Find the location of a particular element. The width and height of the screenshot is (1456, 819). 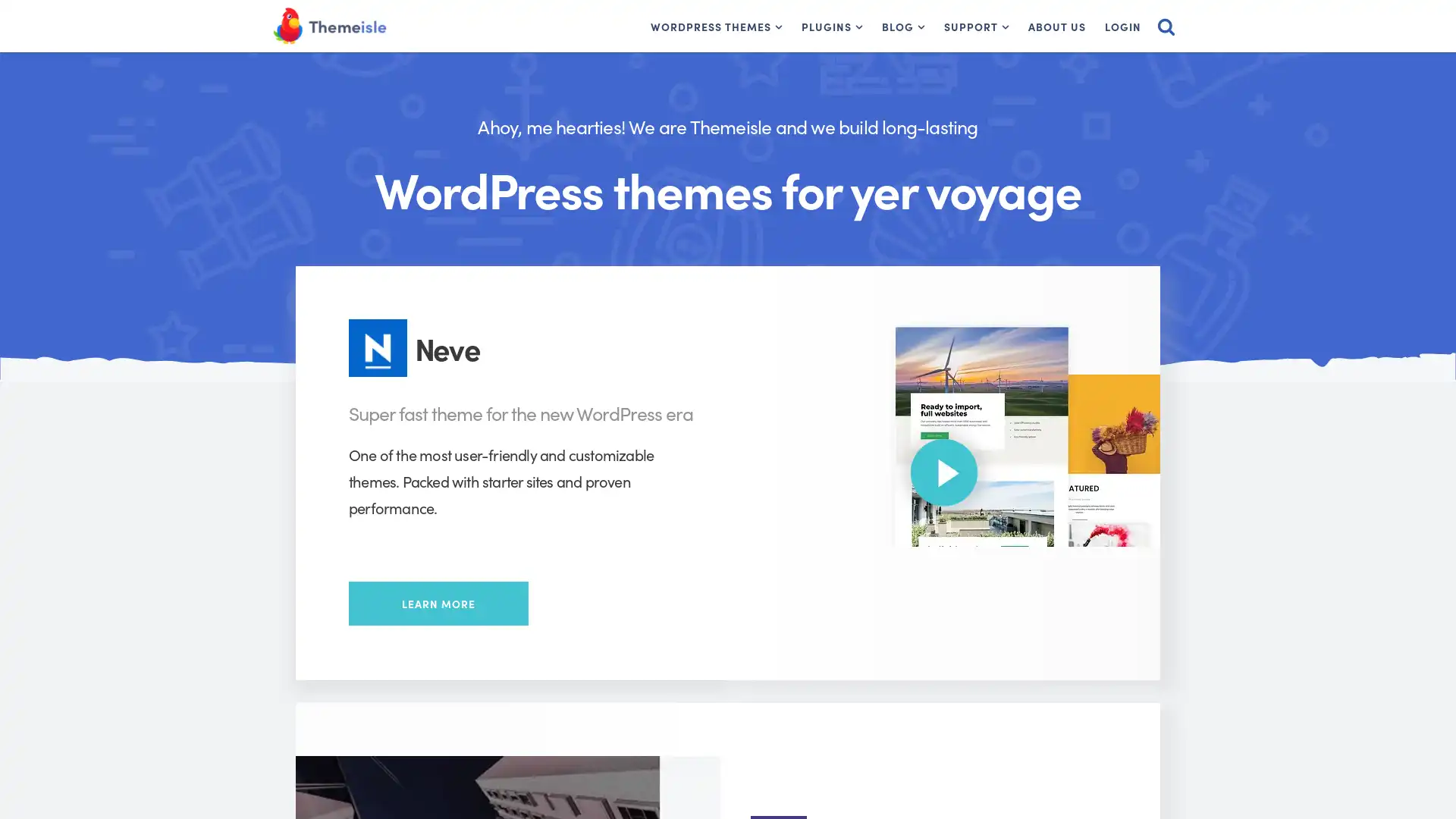

LEARN MORE is located at coordinates (438, 602).